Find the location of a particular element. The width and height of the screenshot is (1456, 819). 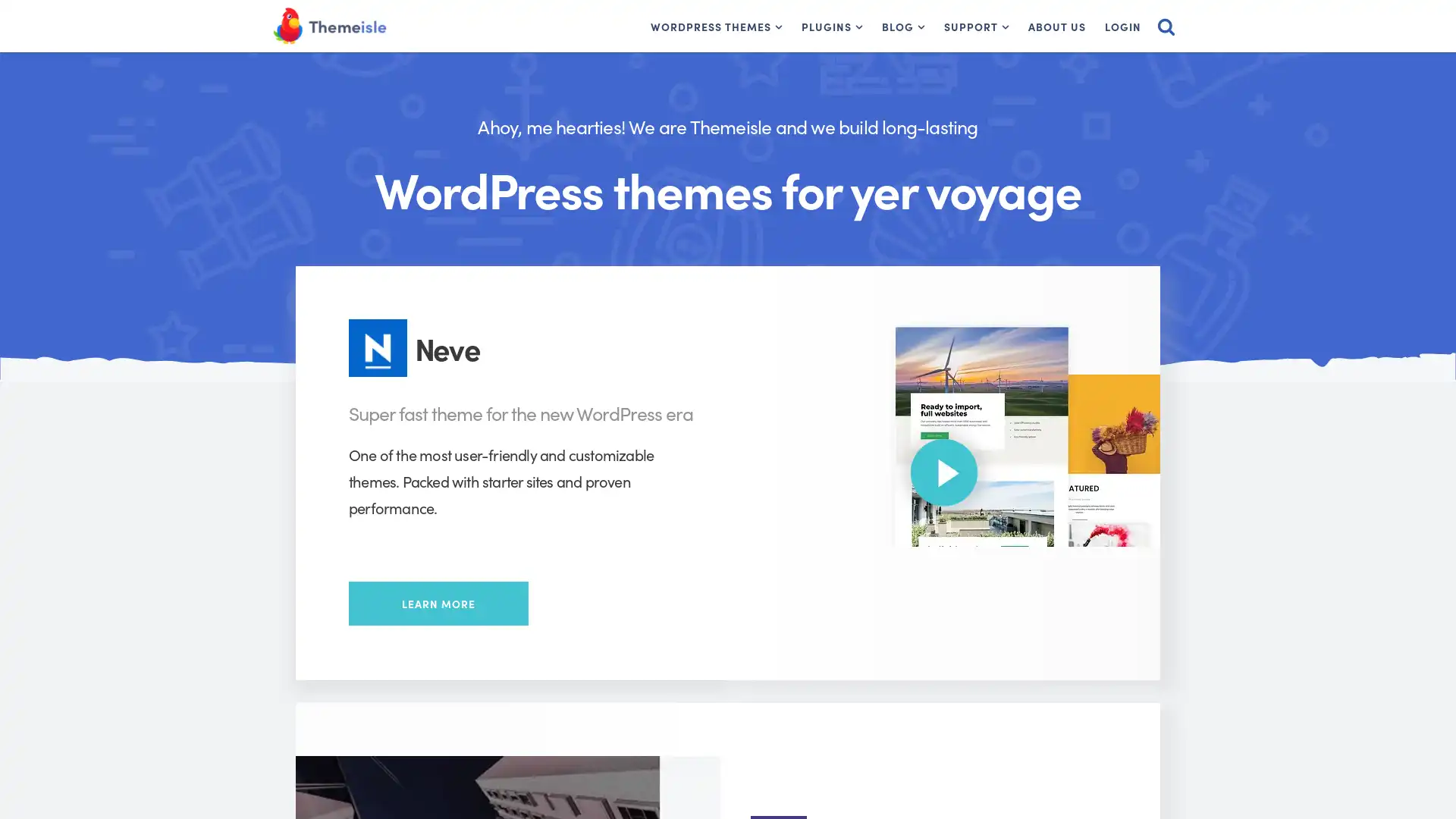

LEARN MORE is located at coordinates (438, 602).